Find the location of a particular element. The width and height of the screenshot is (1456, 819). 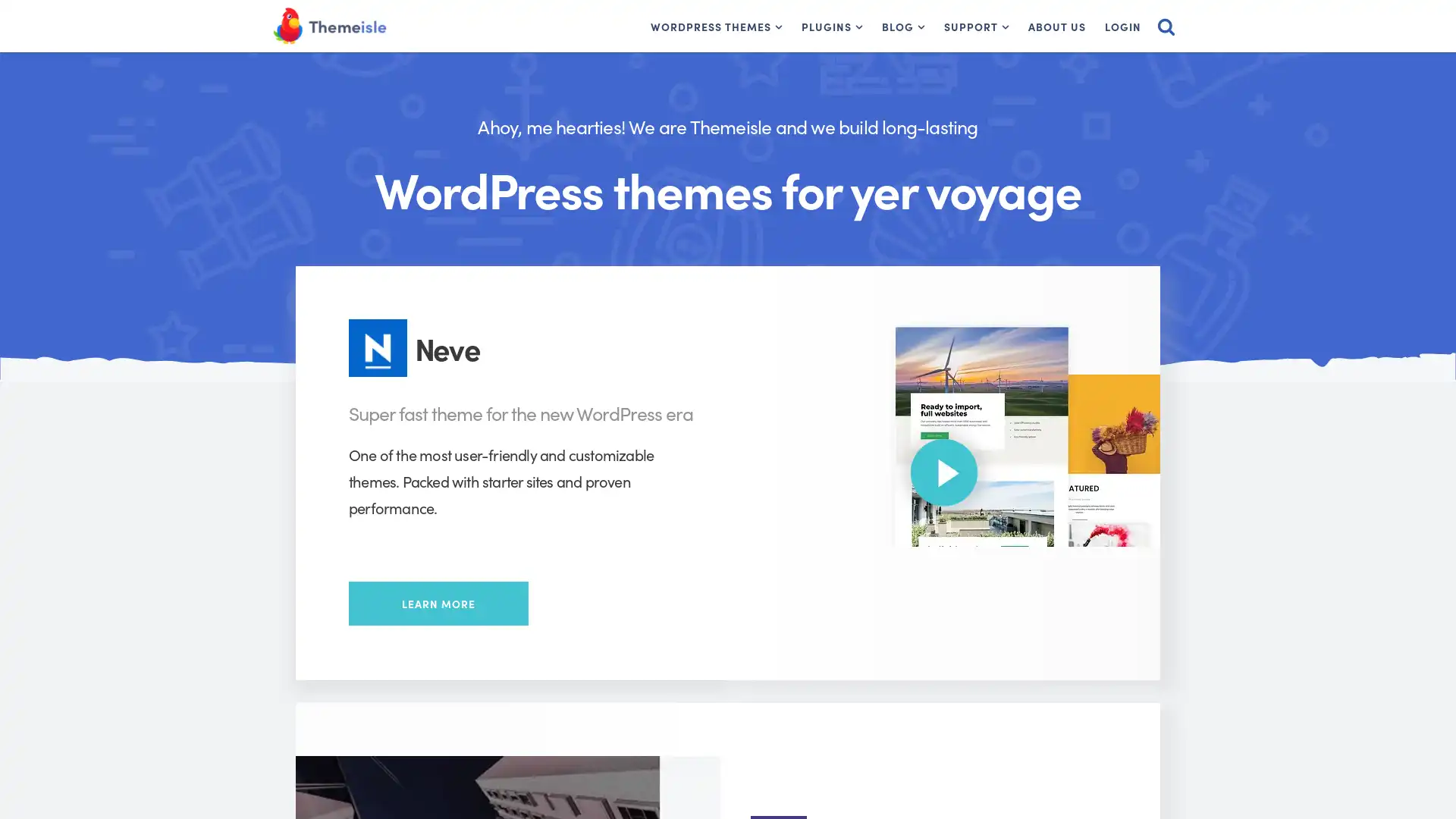

LEARN MORE is located at coordinates (438, 602).